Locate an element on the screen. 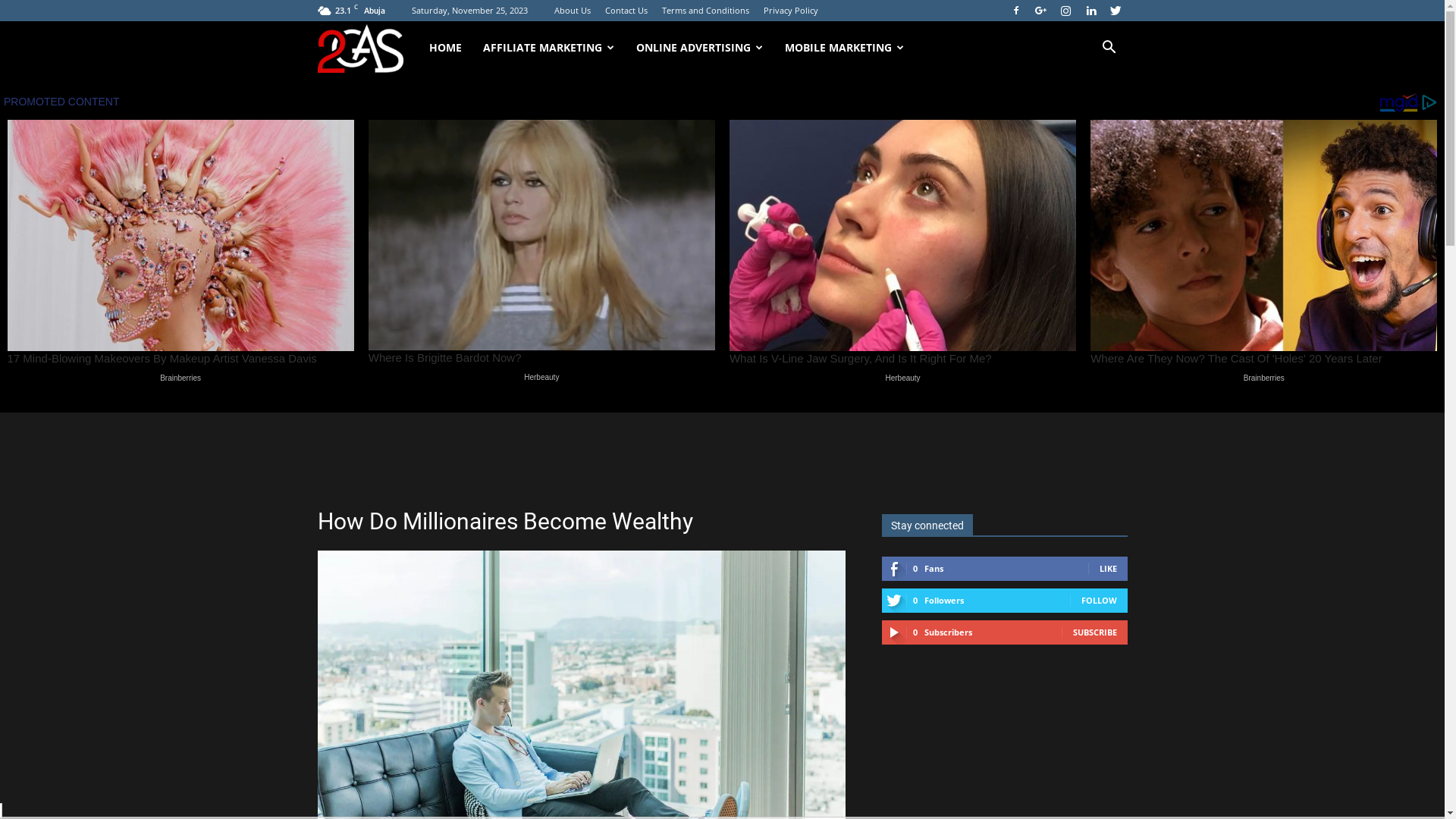 Image resolution: width=1456 pixels, height=819 pixels. '24x7onlinecas' is located at coordinates (315, 47).